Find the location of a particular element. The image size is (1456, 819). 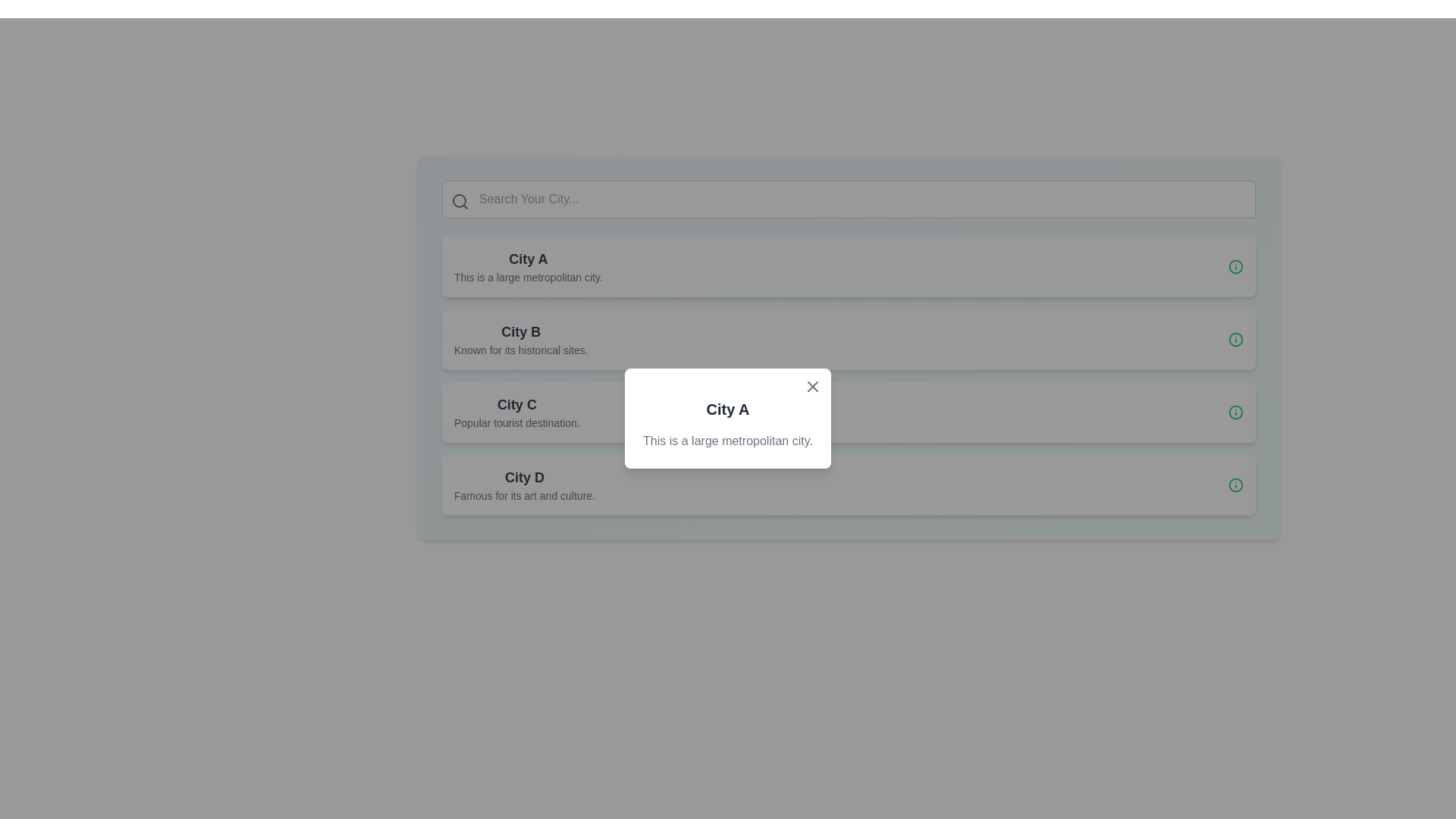

the green circular icon located to the right of the second list item, 'City B', which is the outermost component of the icon is located at coordinates (1236, 265).